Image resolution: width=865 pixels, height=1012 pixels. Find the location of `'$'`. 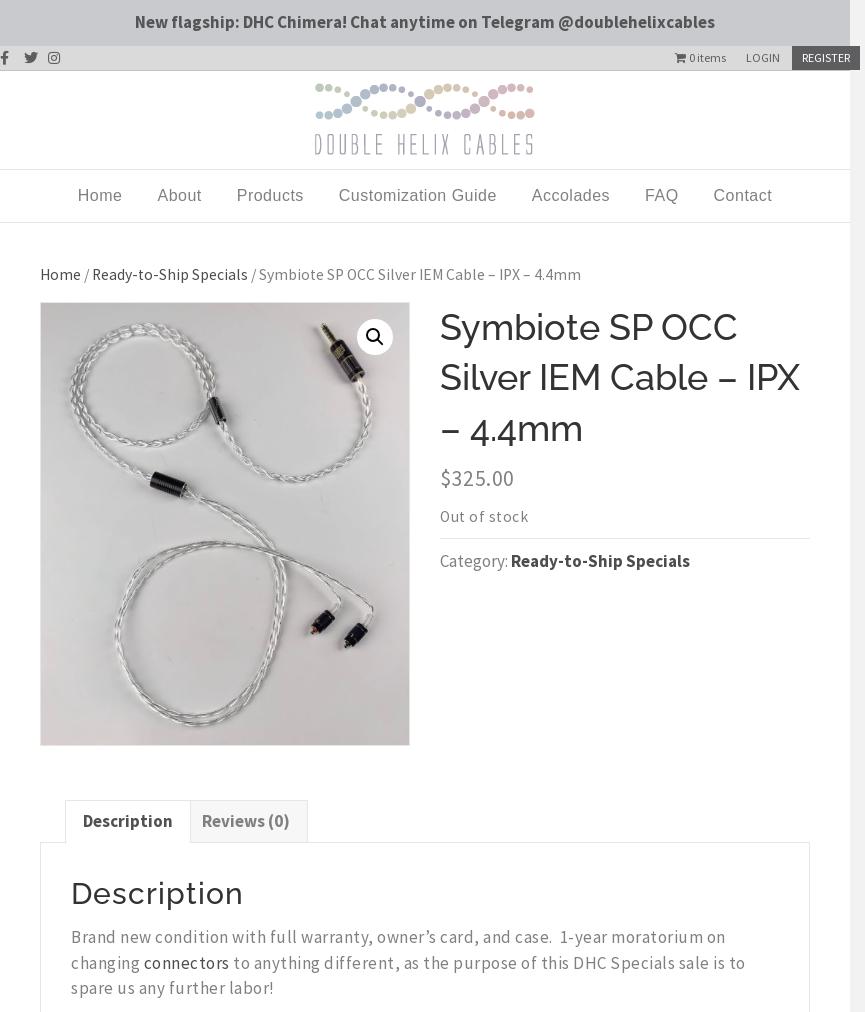

'$' is located at coordinates (444, 478).